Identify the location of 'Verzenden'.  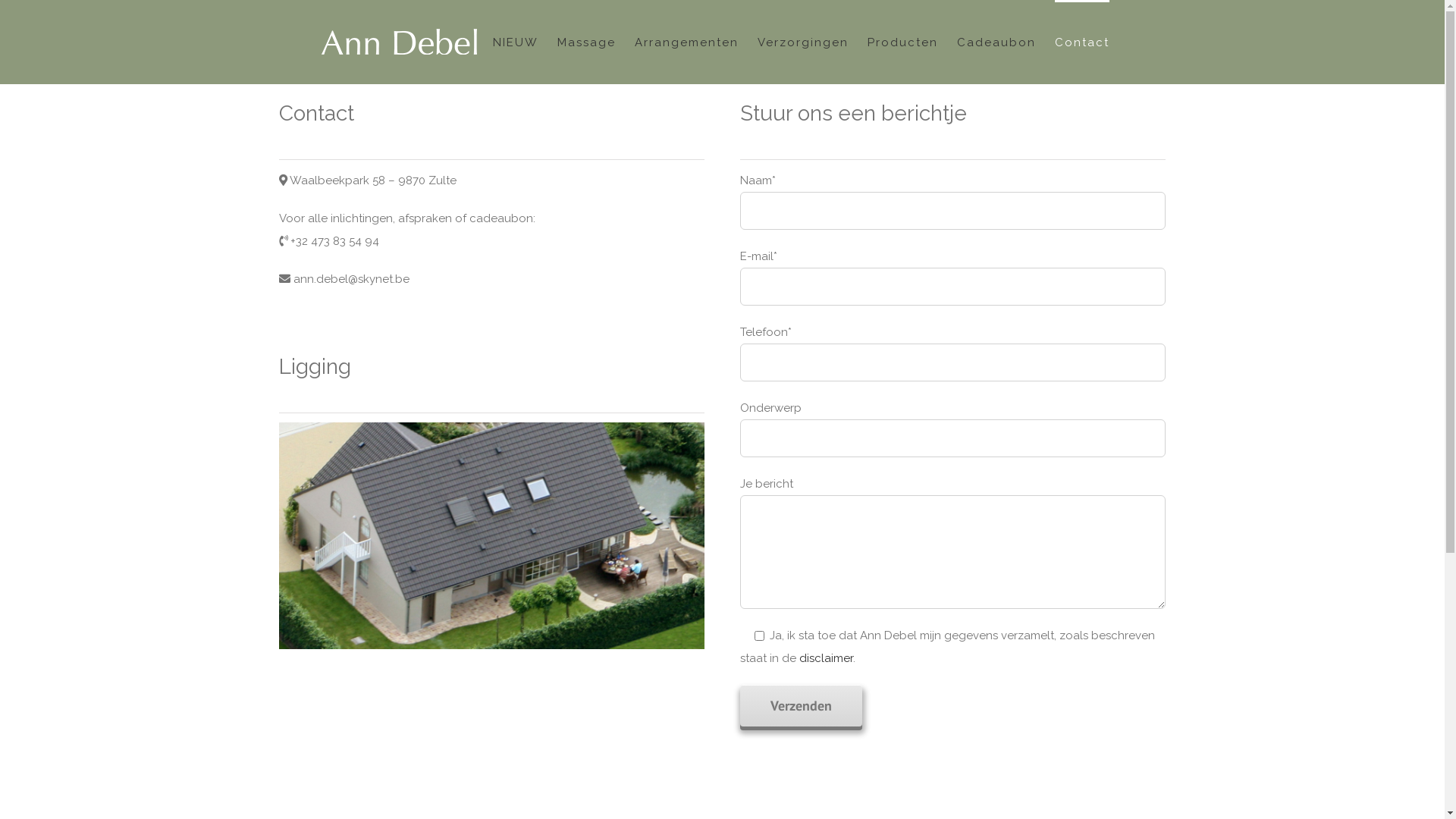
(739, 705).